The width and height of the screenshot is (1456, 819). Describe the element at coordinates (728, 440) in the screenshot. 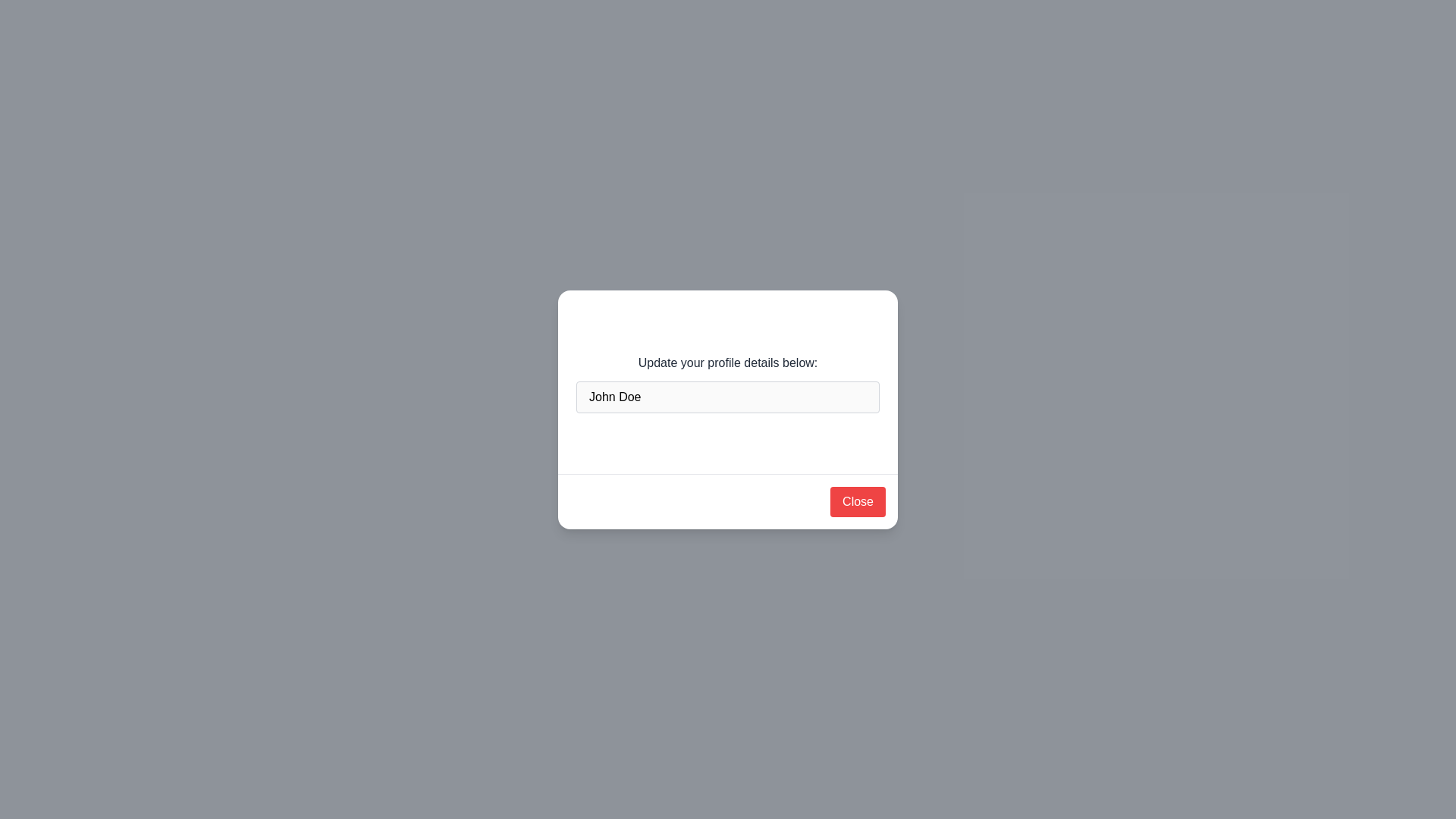

I see `'Edit' button to enable editing of the username` at that location.